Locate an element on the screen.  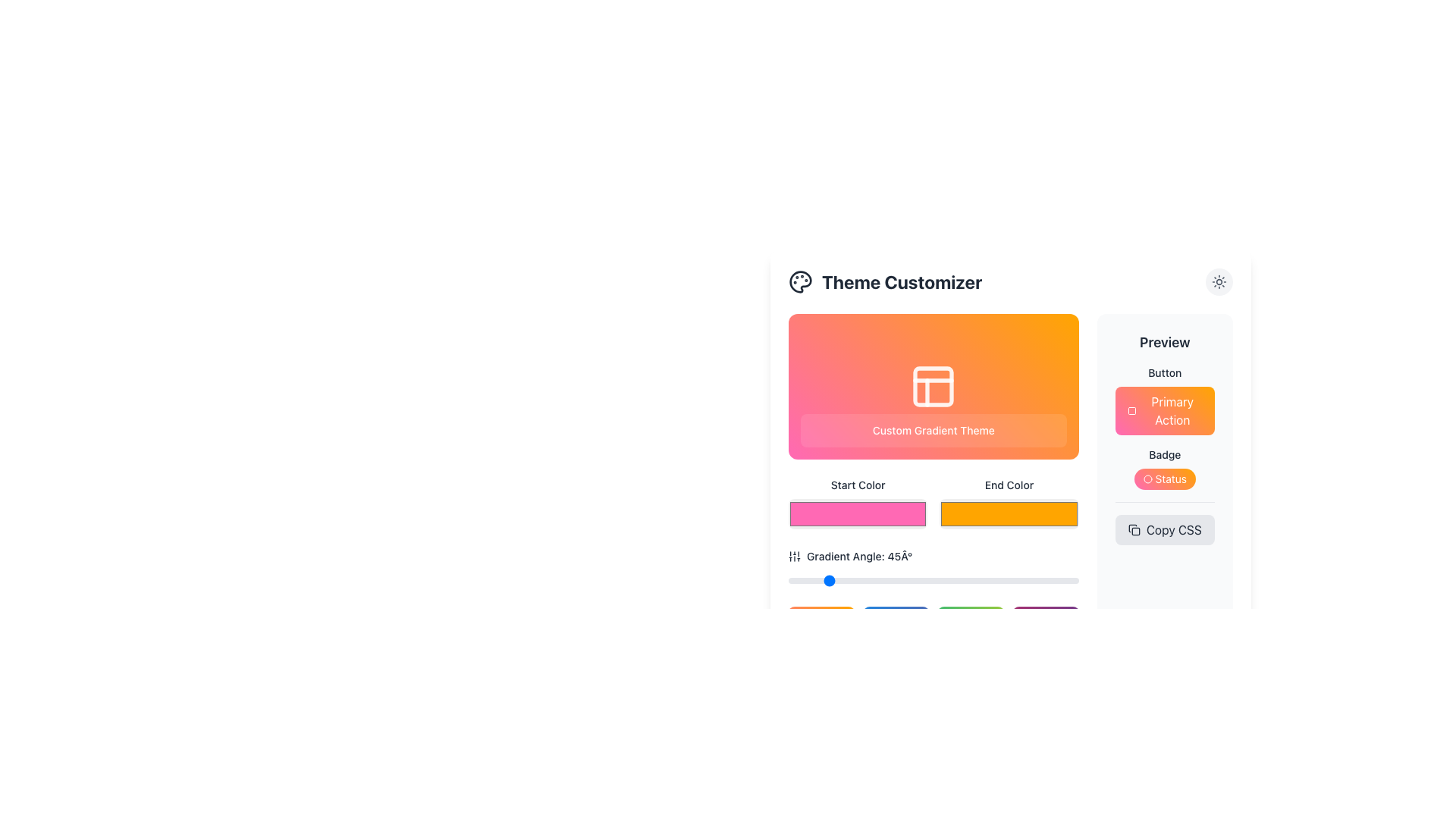
the text label displaying 'Badge', which is positioned under the 'Primary Action' button and above the 'Status' badge in the right section of the interface is located at coordinates (1164, 454).